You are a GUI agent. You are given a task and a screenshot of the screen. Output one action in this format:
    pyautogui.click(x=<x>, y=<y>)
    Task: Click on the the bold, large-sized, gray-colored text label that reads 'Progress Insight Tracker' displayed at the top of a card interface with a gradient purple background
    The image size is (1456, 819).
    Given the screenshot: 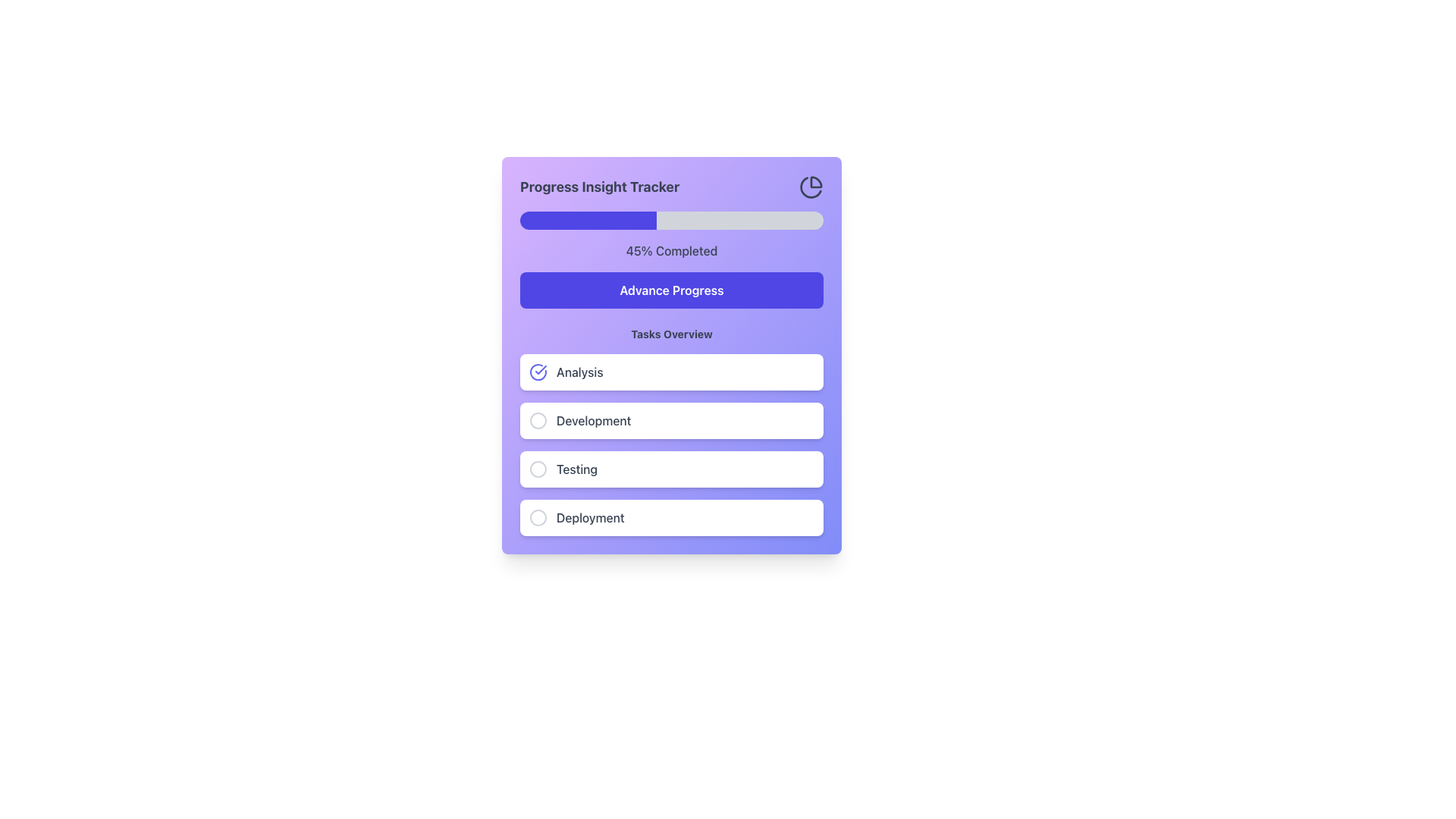 What is the action you would take?
    pyautogui.click(x=599, y=186)
    